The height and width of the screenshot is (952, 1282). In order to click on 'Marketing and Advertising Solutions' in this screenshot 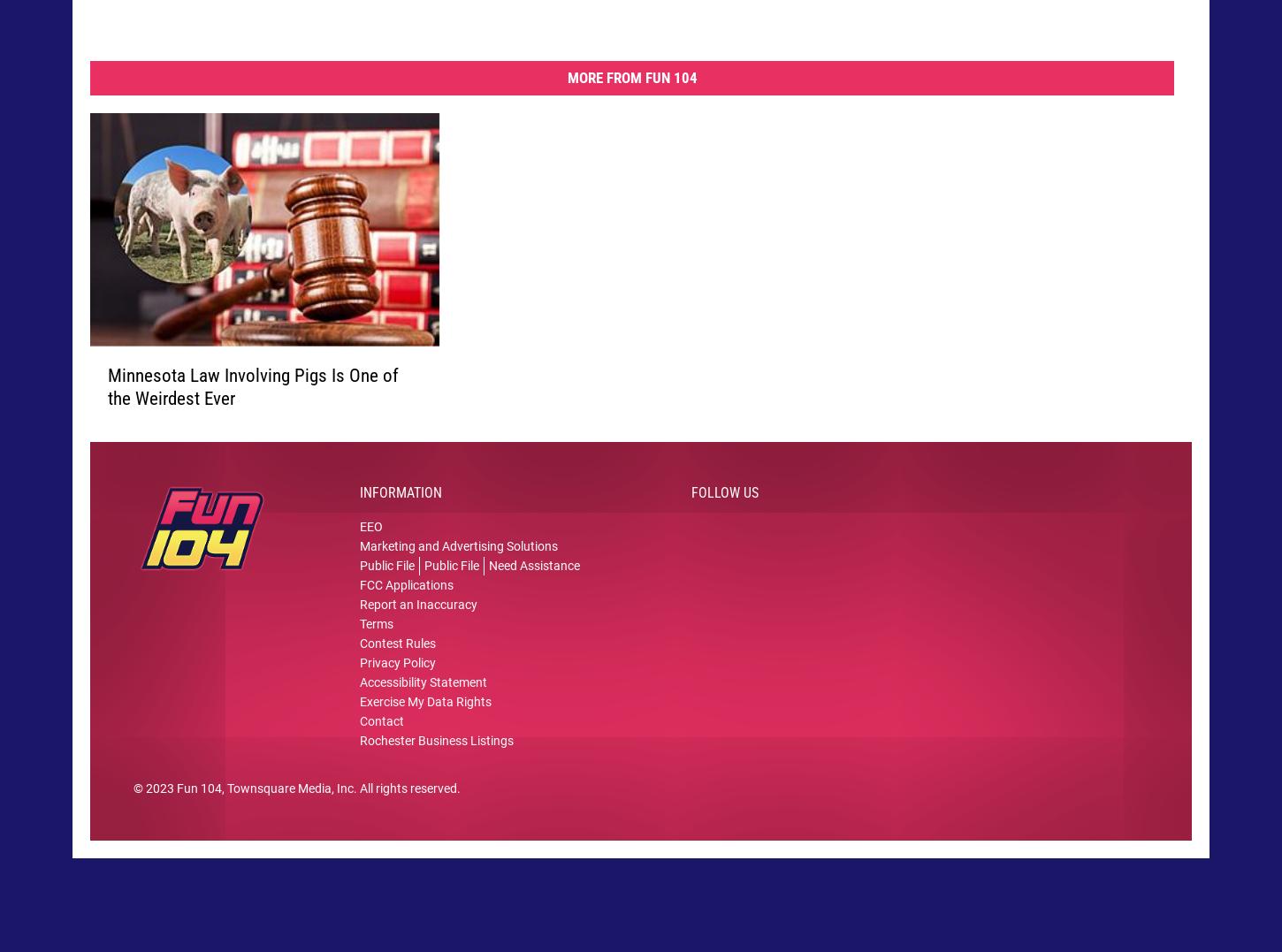, I will do `click(359, 560)`.